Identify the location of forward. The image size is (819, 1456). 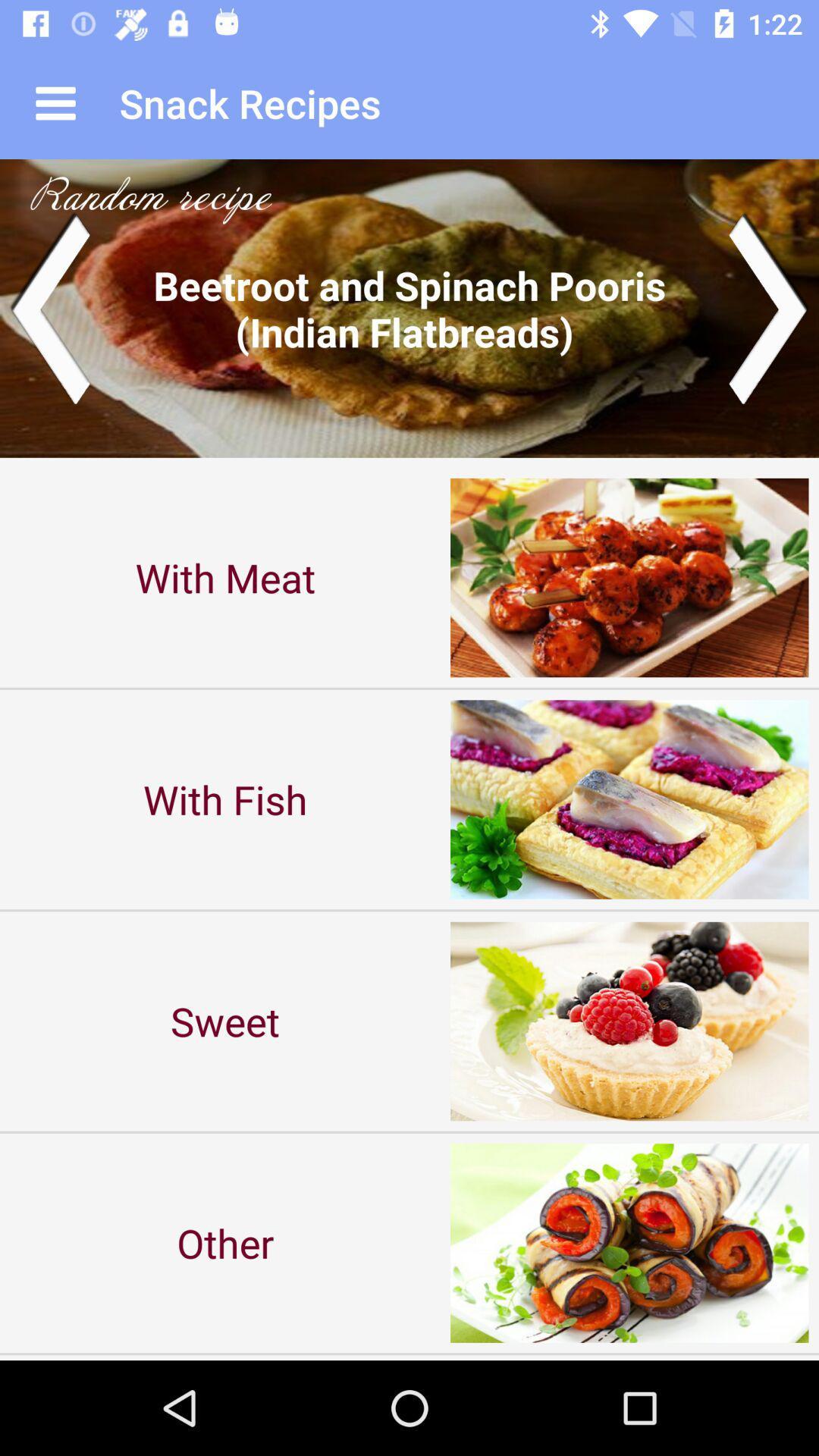
(769, 307).